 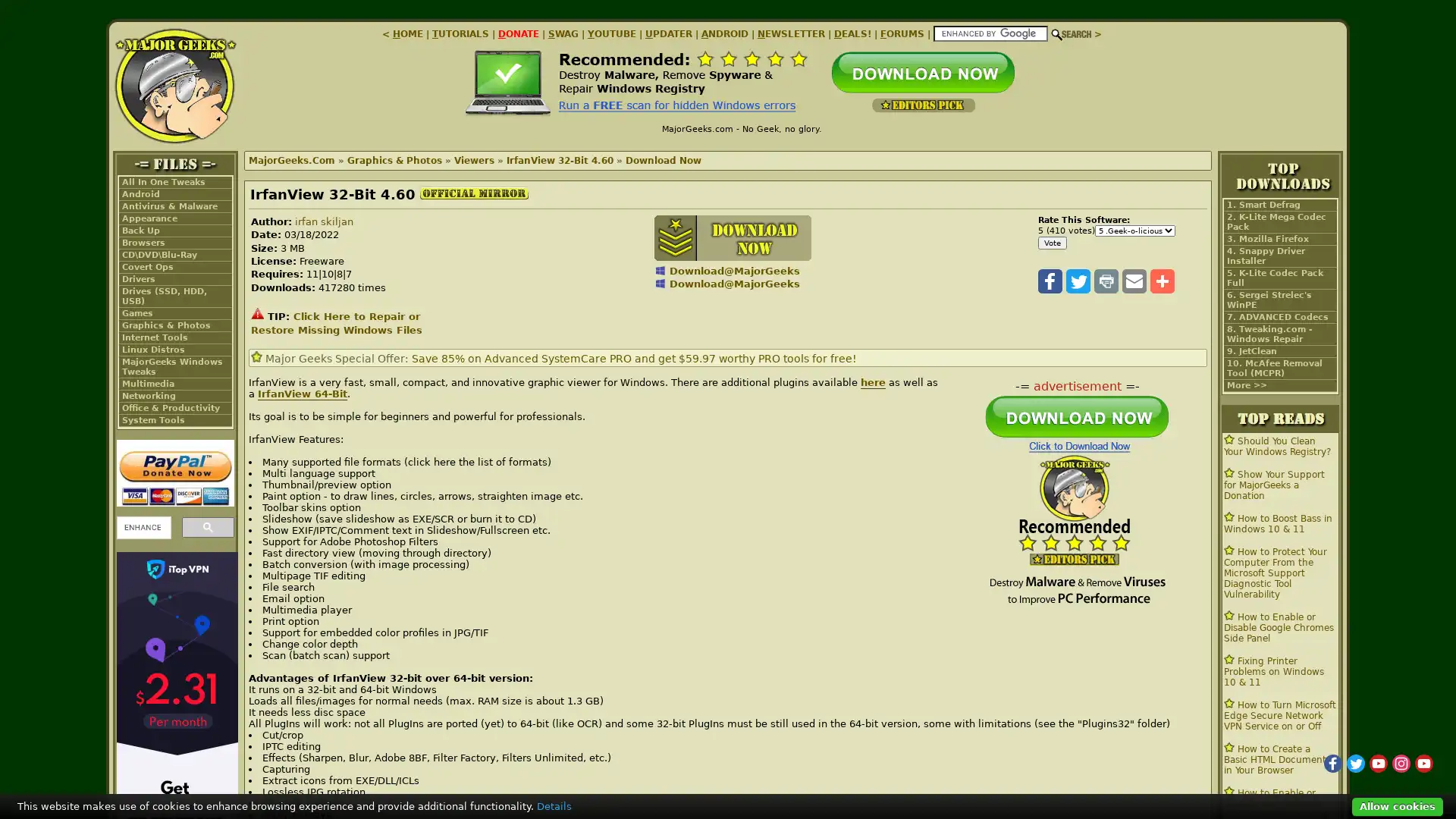 What do you see at coordinates (1050, 281) in the screenshot?
I see `Share to Facebook` at bounding box center [1050, 281].